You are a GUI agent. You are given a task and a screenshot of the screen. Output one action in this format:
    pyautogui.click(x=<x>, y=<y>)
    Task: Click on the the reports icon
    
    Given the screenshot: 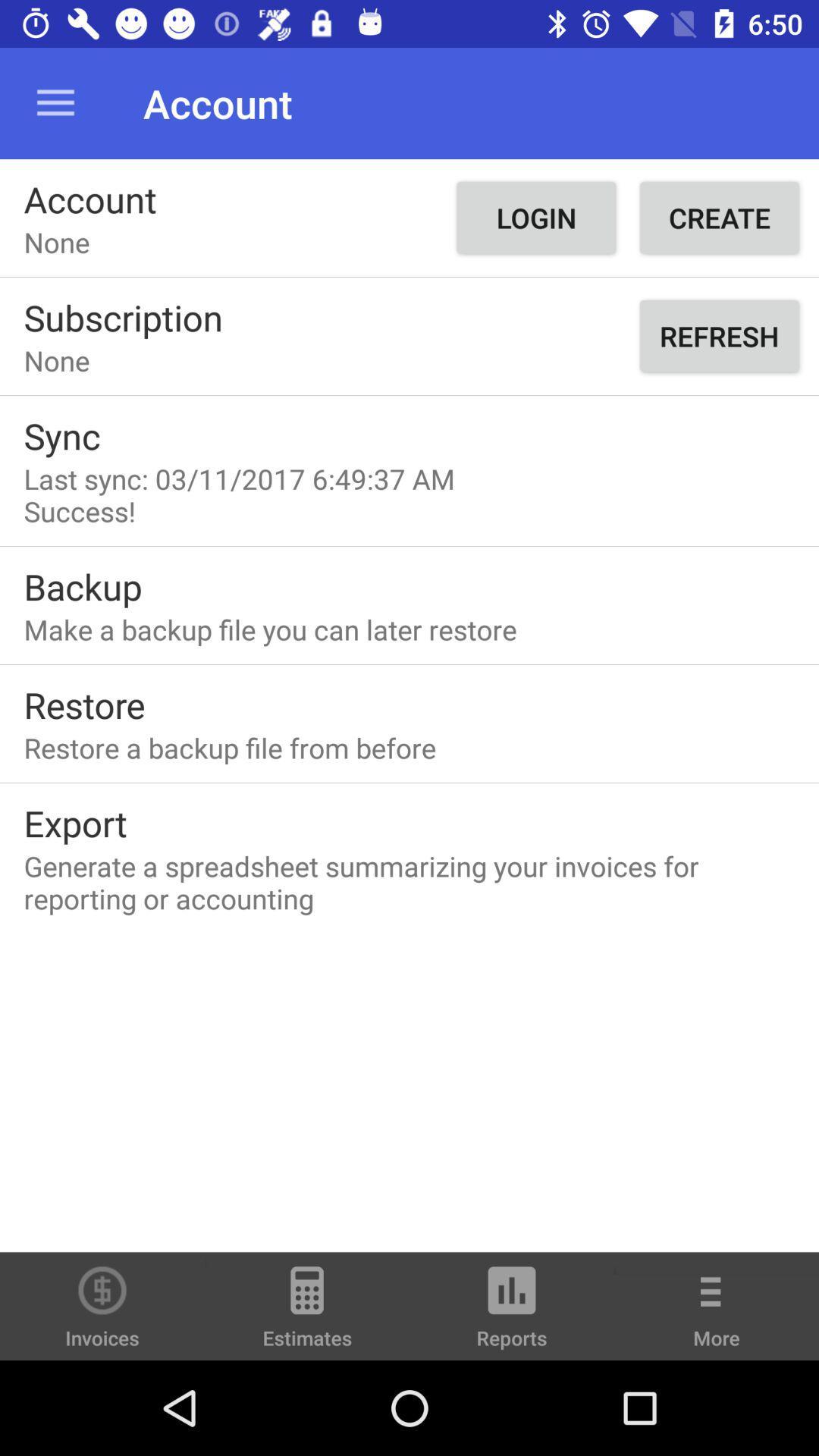 What is the action you would take?
    pyautogui.click(x=512, y=1313)
    